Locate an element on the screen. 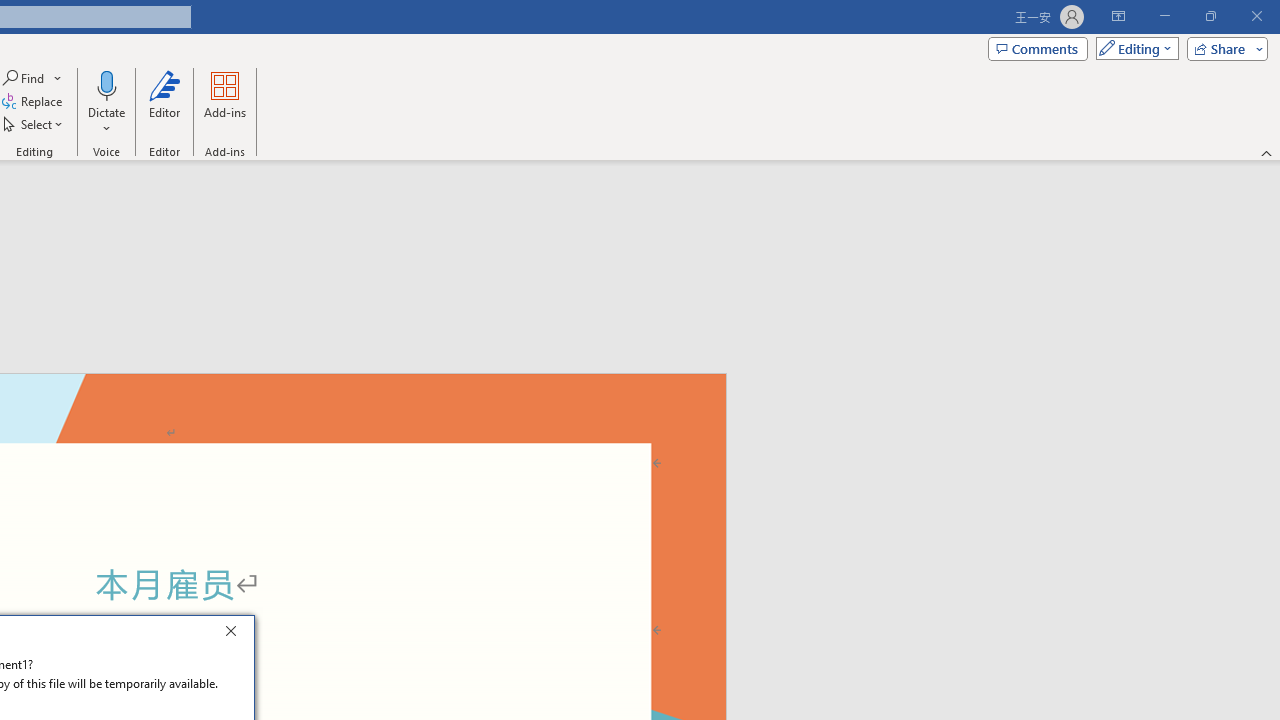  'Mode' is located at coordinates (1133, 47).